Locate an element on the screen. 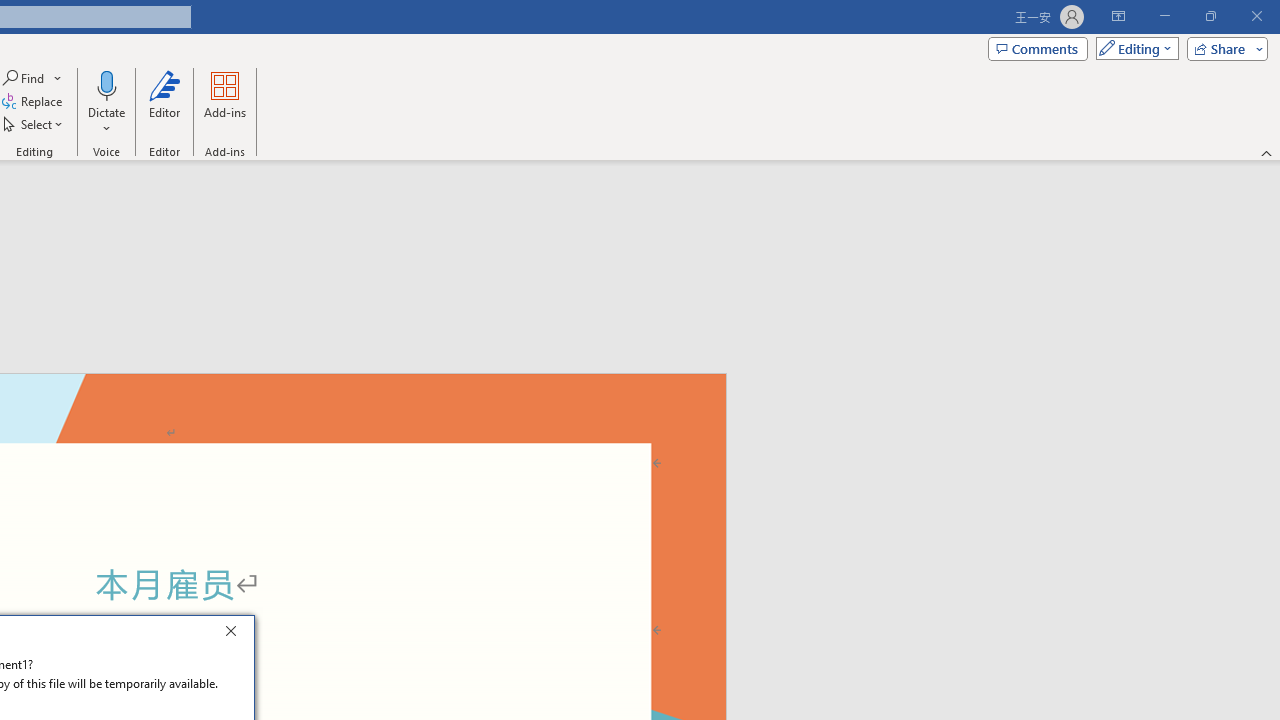  'Mode' is located at coordinates (1133, 47).